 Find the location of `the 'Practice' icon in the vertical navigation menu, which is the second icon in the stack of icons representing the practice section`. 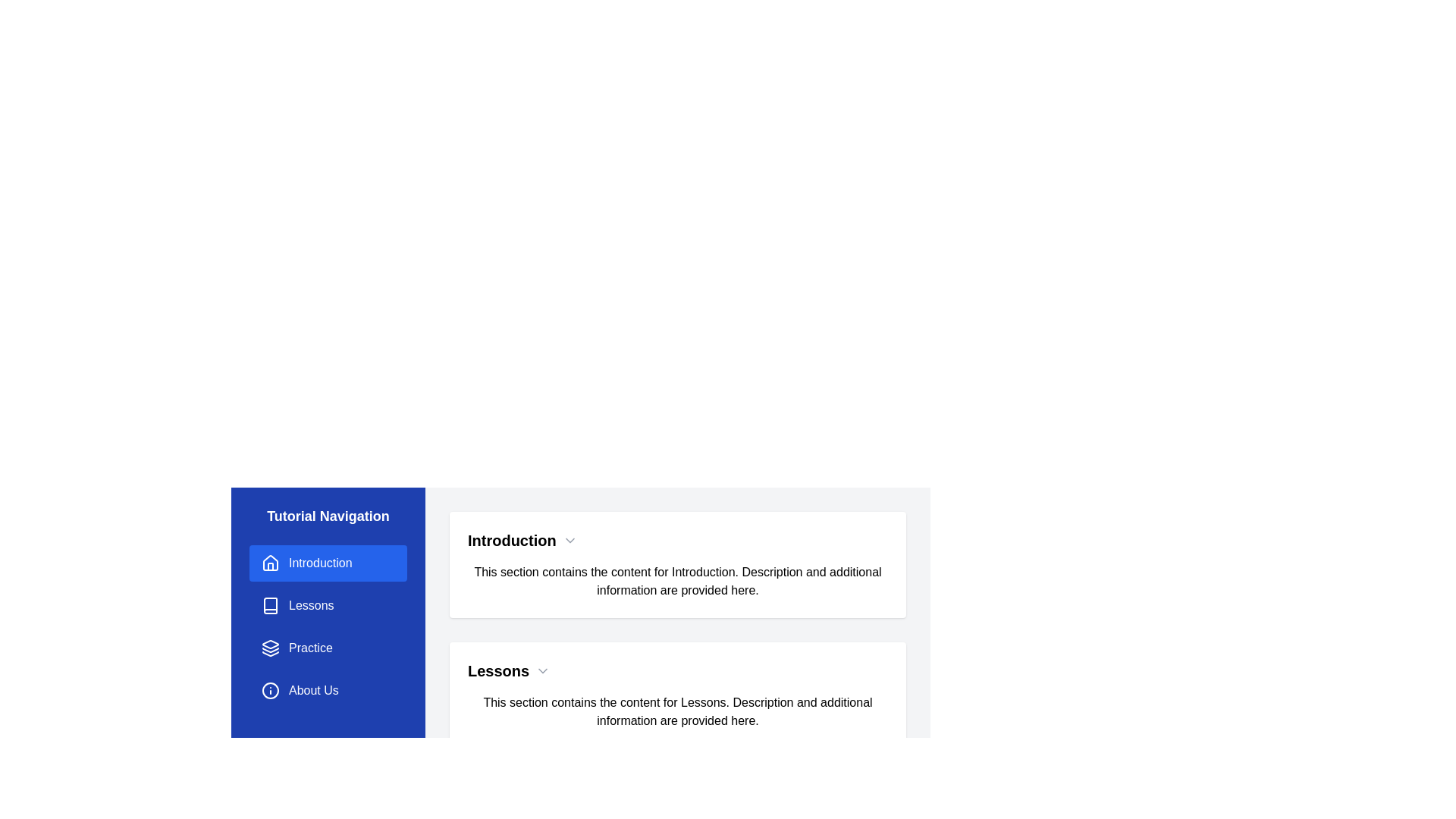

the 'Practice' icon in the vertical navigation menu, which is the second icon in the stack of icons representing the practice section is located at coordinates (270, 648).